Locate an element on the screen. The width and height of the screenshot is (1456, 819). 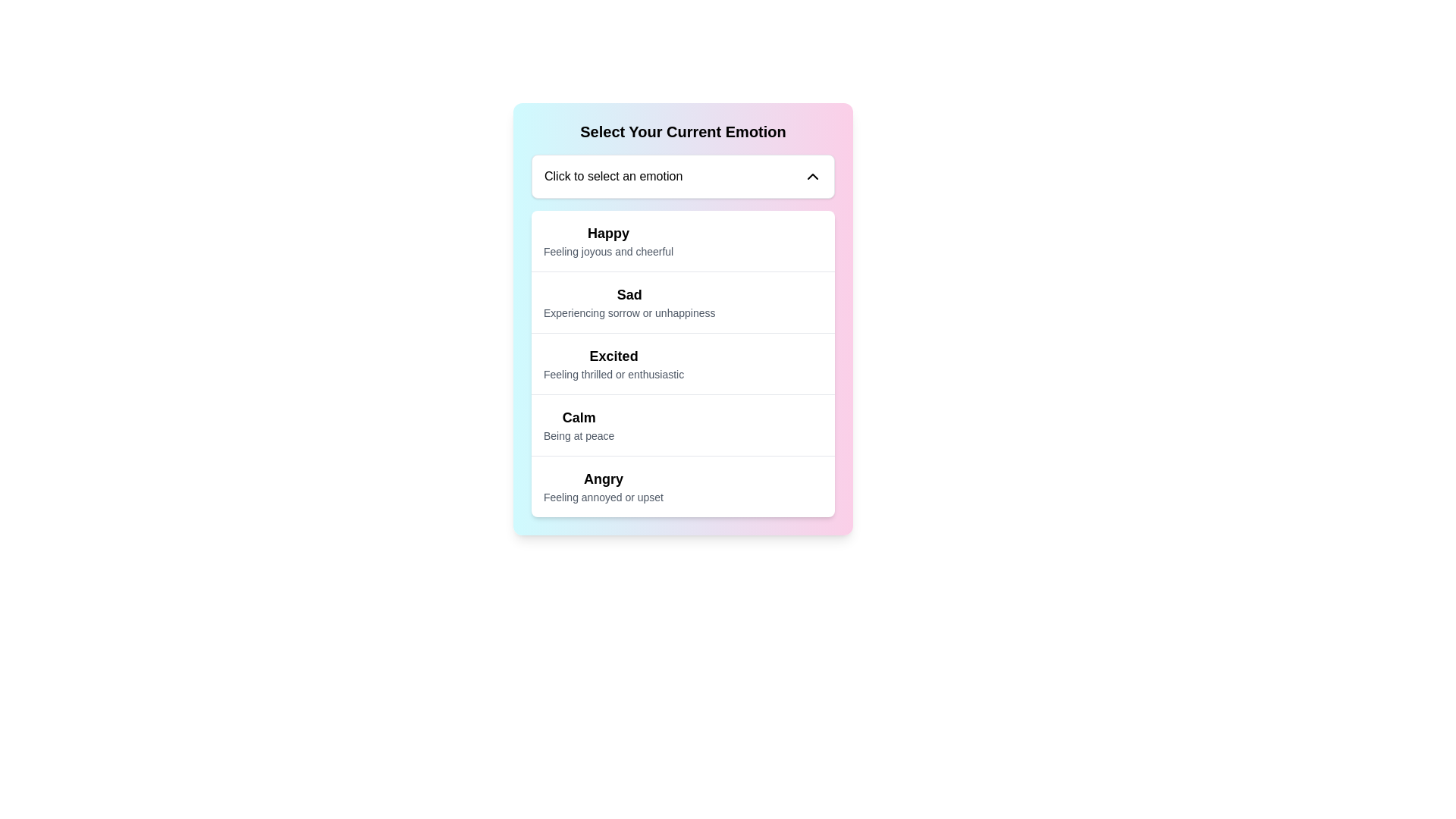
the 'Sad' emotion option in the list under the 'Select Your Current Emotion' dropdown is located at coordinates (629, 302).